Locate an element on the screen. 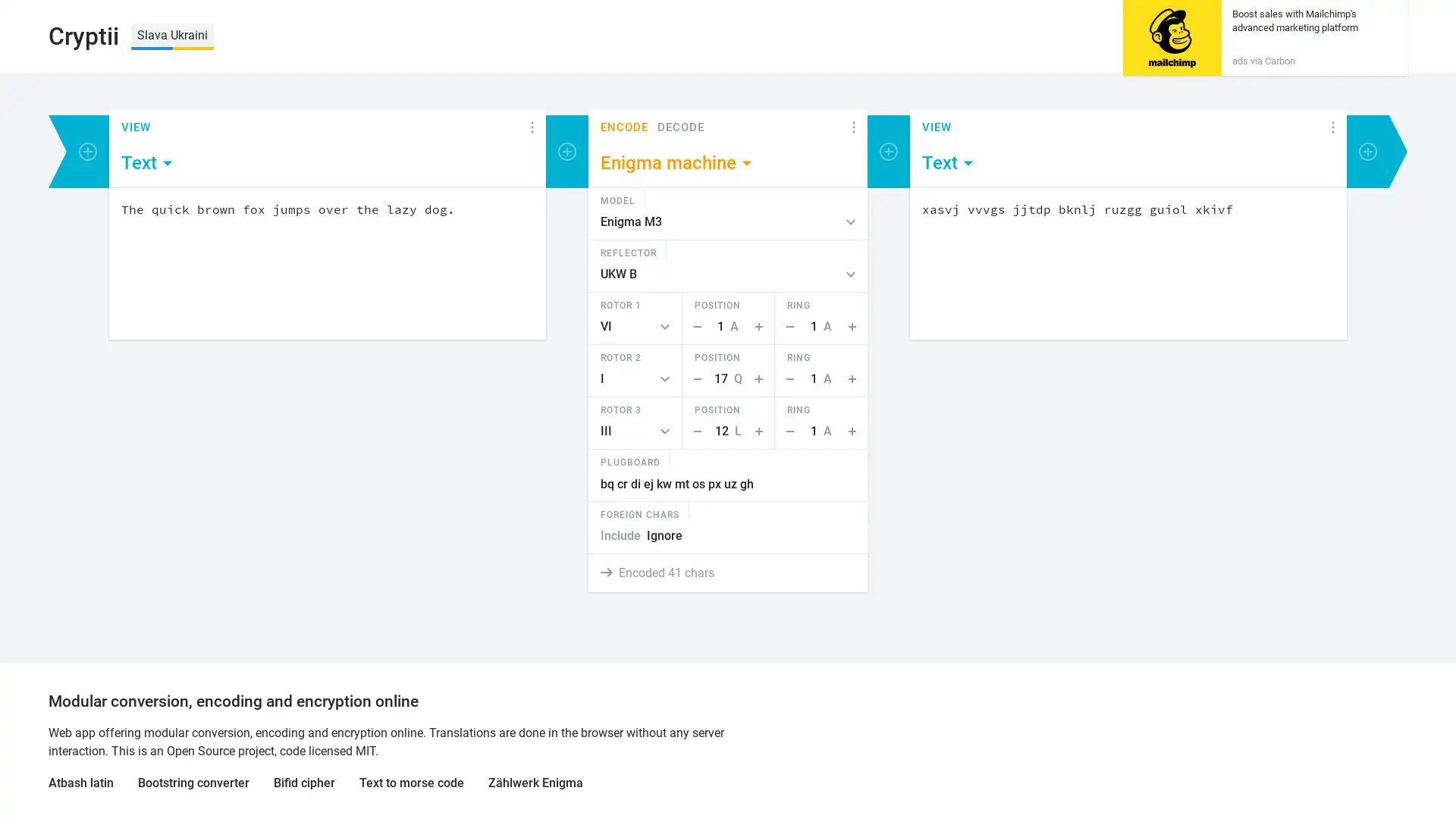 The image size is (1456, 819). Step Down is located at coordinates (693, 326).